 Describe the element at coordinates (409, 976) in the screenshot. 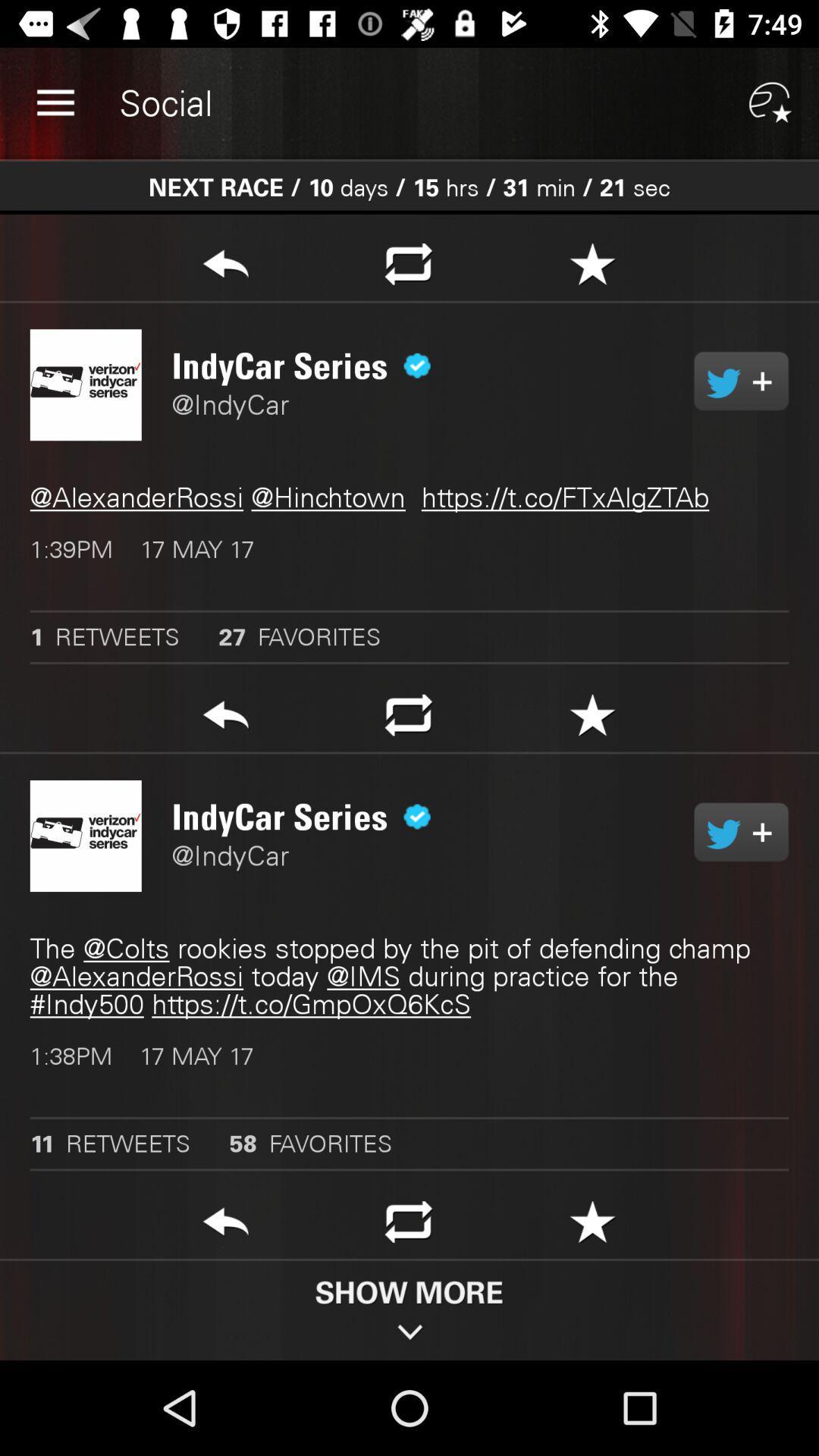

I see `item above the 1 38pm 17 item` at that location.